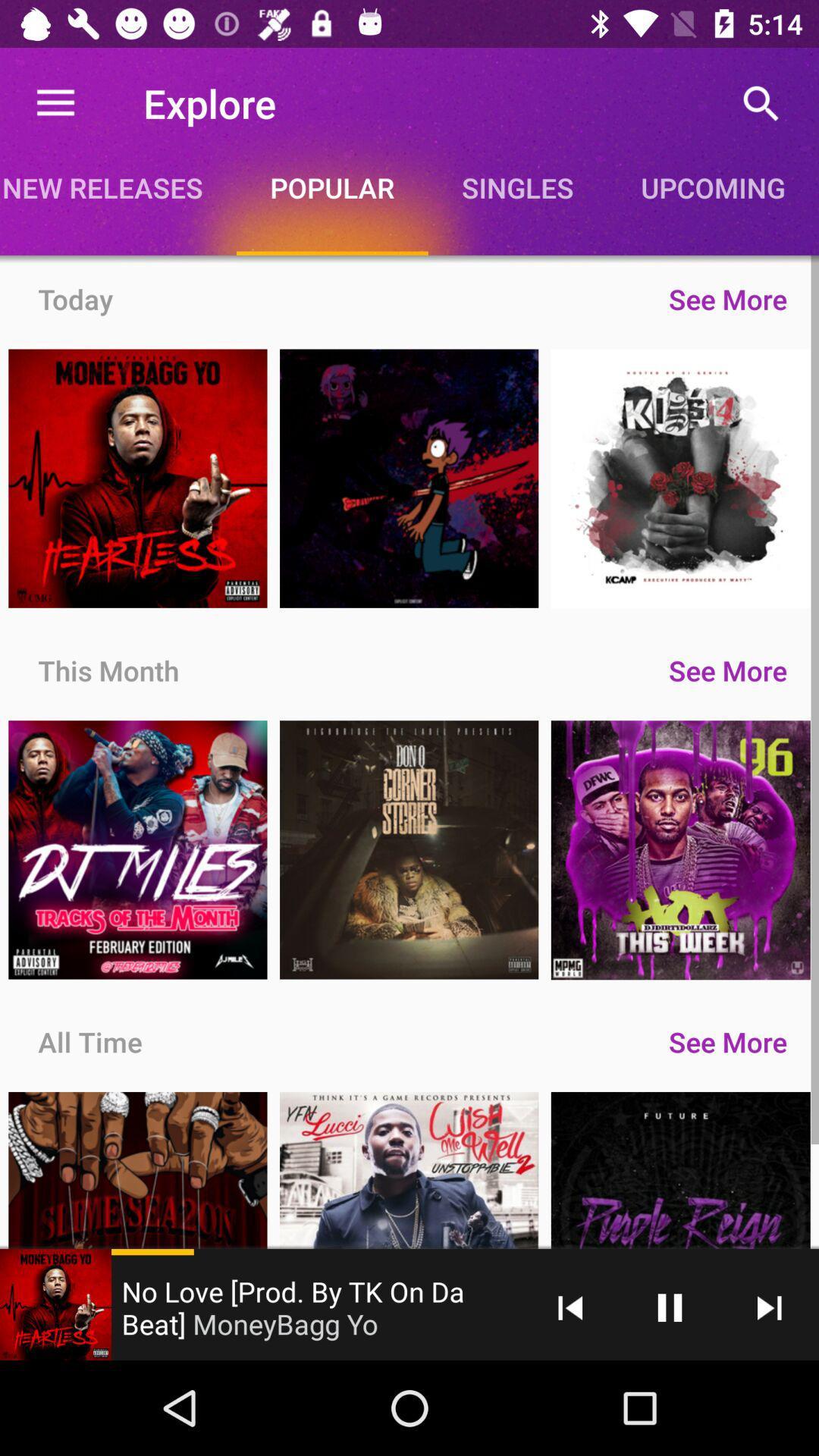 The width and height of the screenshot is (819, 1456). Describe the element at coordinates (331, 187) in the screenshot. I see `the item to the left of the singles icon` at that location.